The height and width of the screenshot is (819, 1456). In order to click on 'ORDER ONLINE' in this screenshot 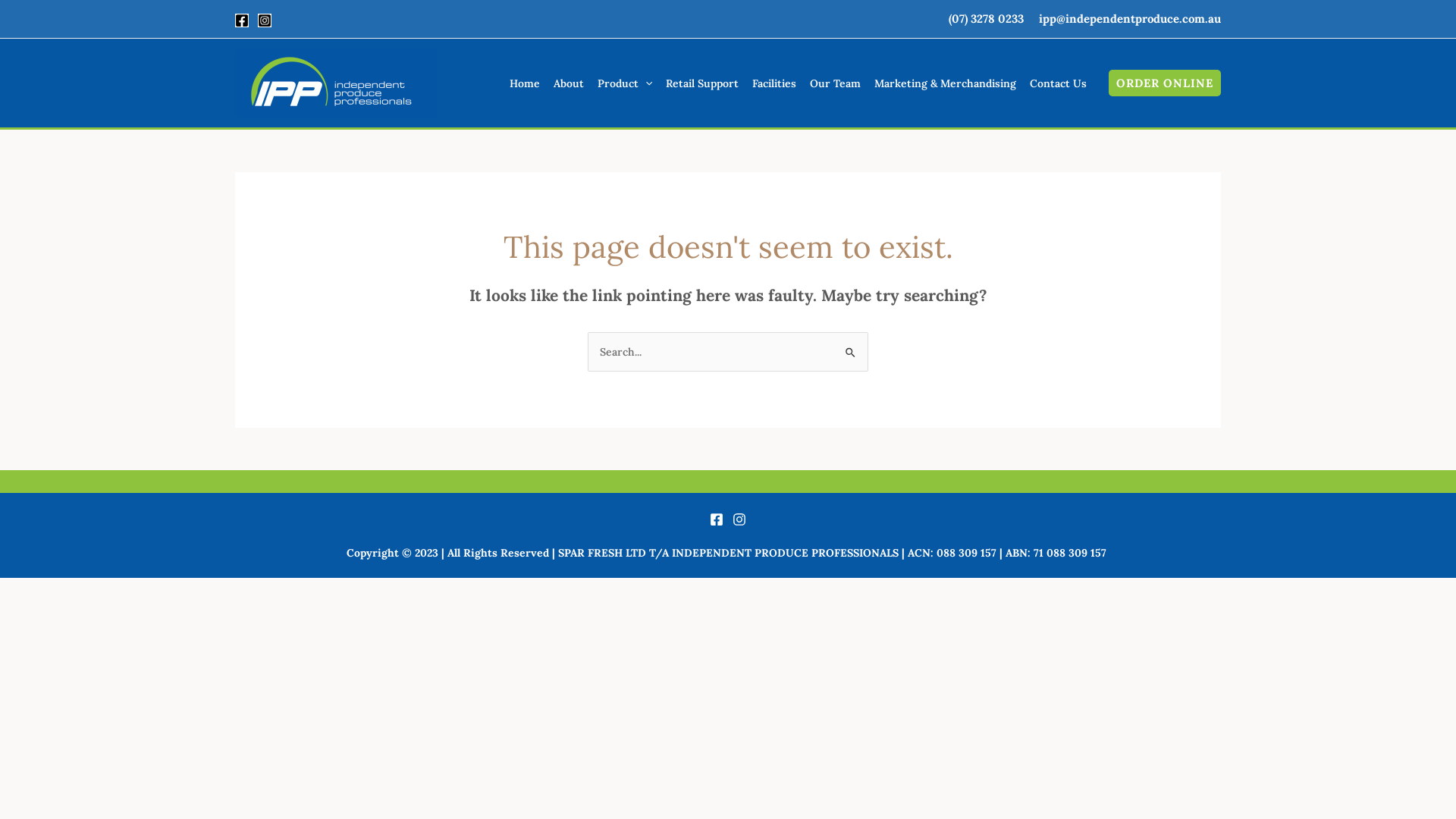, I will do `click(1164, 83)`.